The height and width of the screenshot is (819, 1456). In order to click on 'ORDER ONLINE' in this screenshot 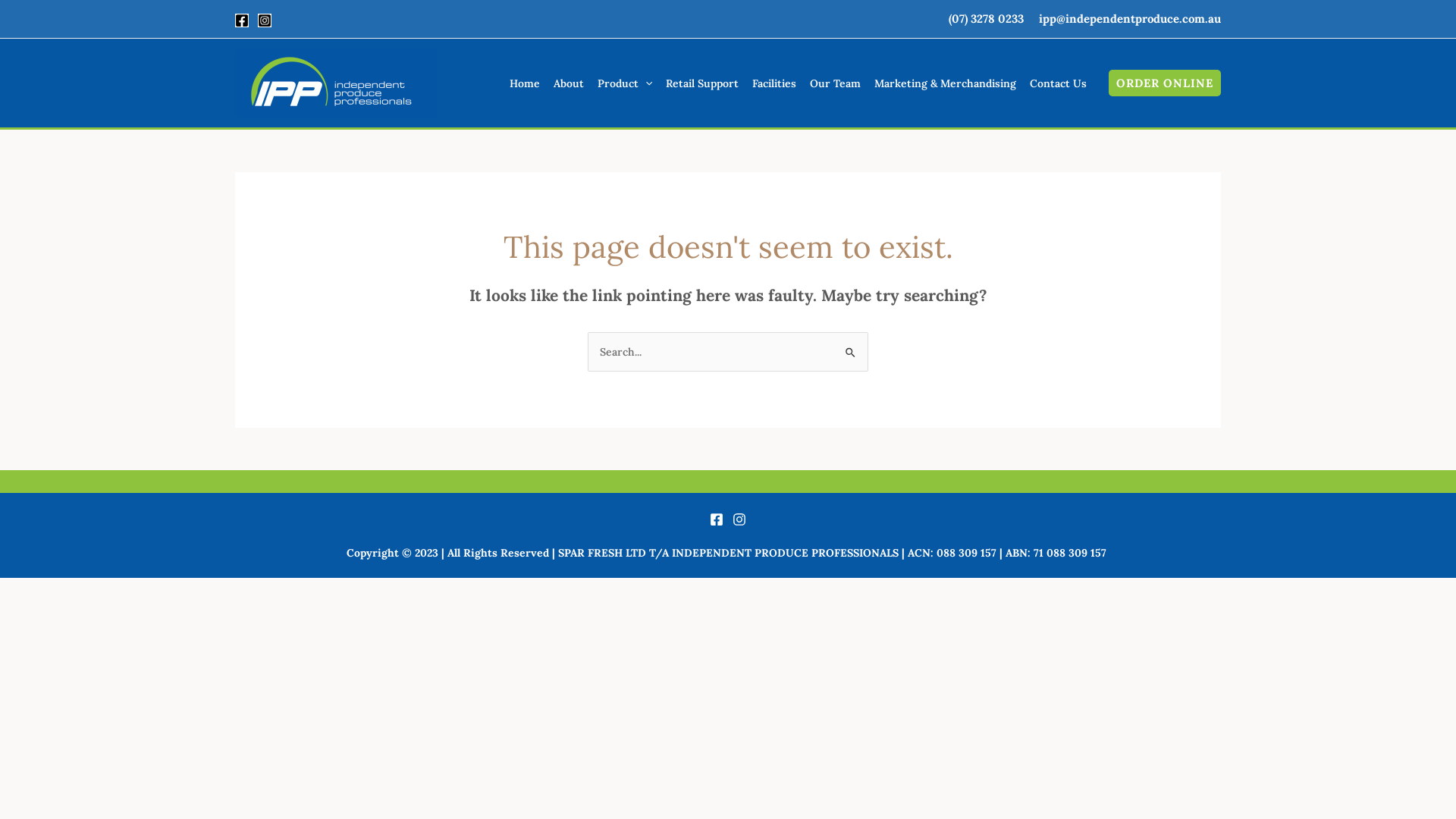, I will do `click(1164, 83)`.